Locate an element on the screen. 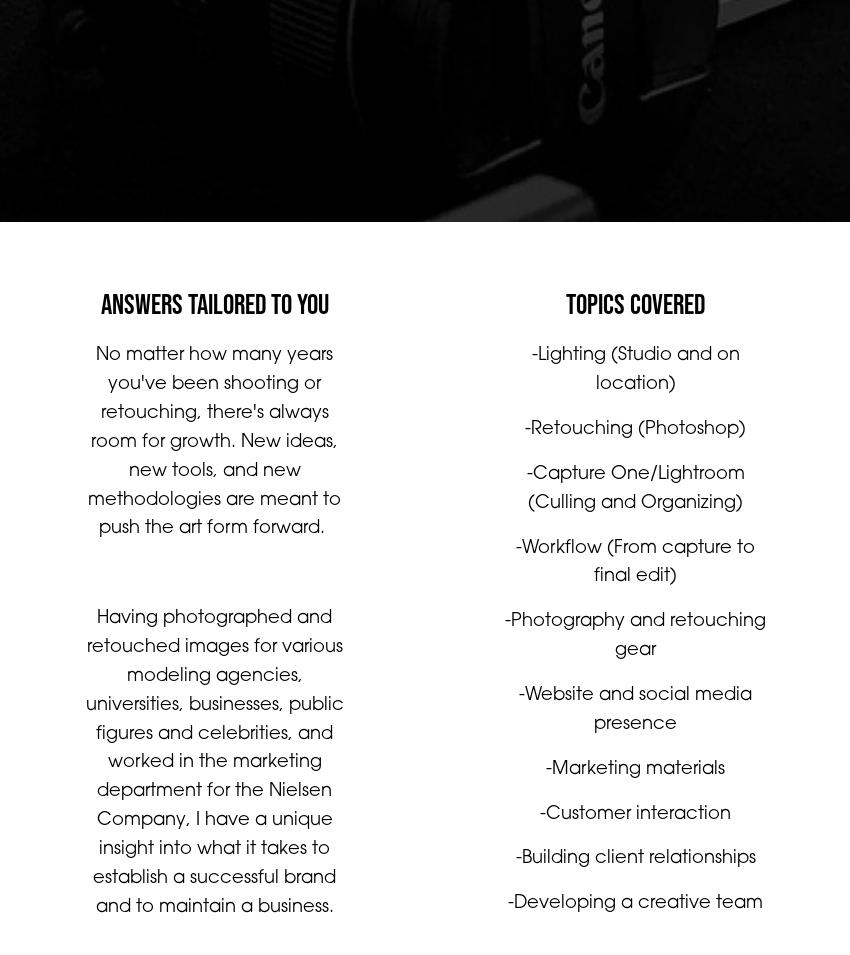 The width and height of the screenshot is (850, 955). '-Developing a creative team' is located at coordinates (634, 923).